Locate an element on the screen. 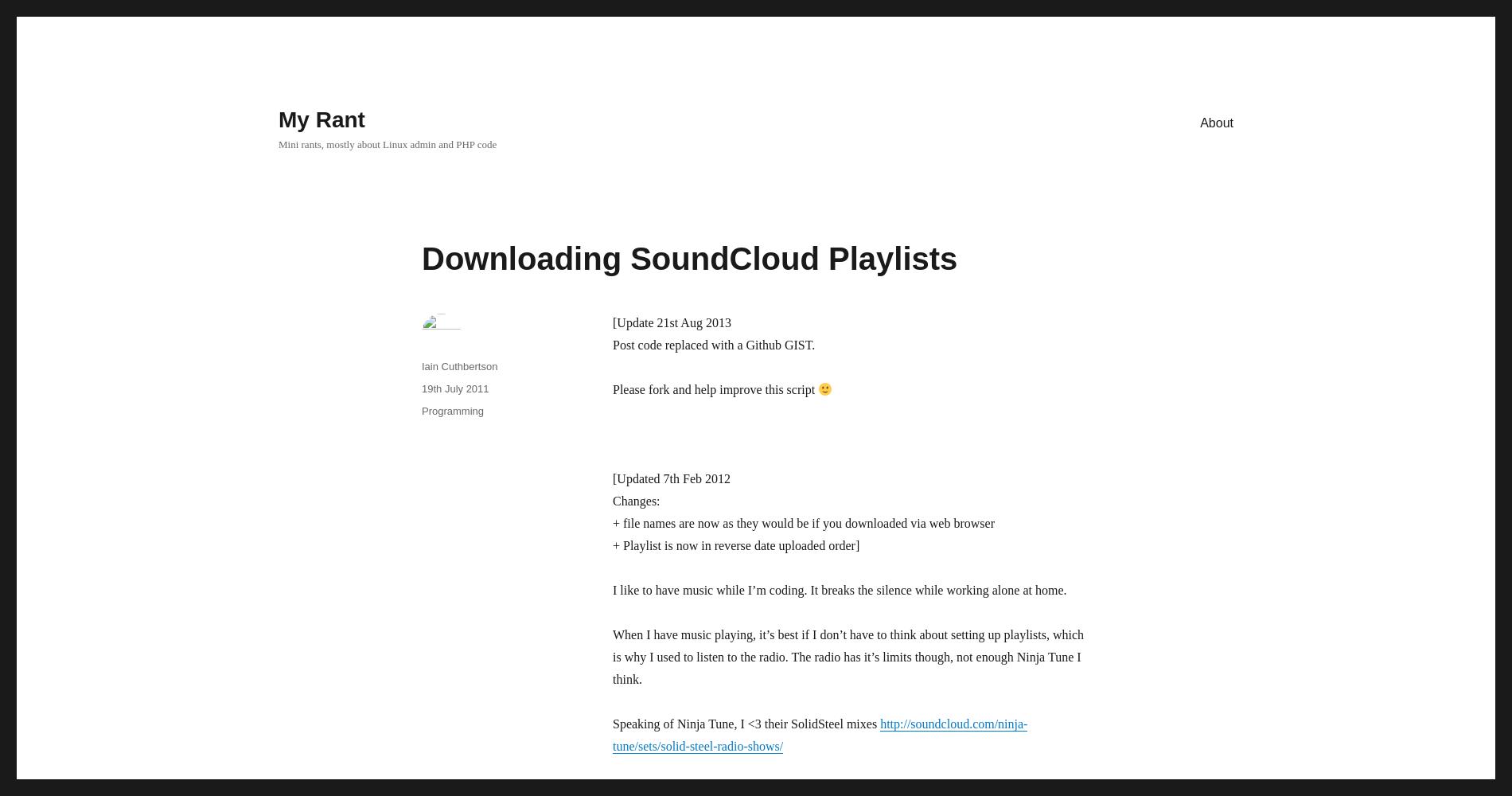 This screenshot has height=796, width=1512. '+ file names are now as they would be if you downloaded via web browser' is located at coordinates (612, 523).